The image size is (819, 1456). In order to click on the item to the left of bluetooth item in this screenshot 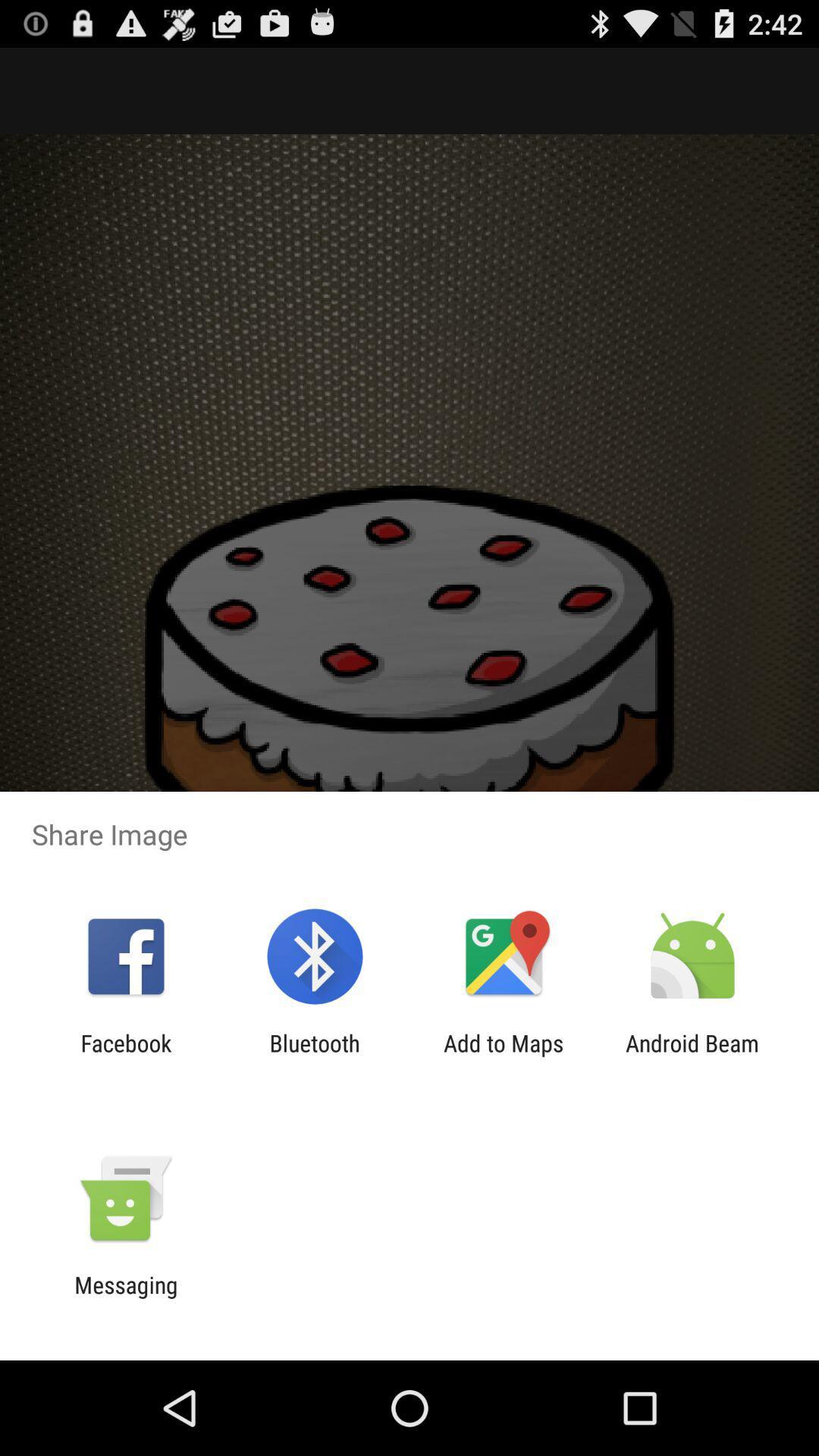, I will do `click(125, 1056)`.